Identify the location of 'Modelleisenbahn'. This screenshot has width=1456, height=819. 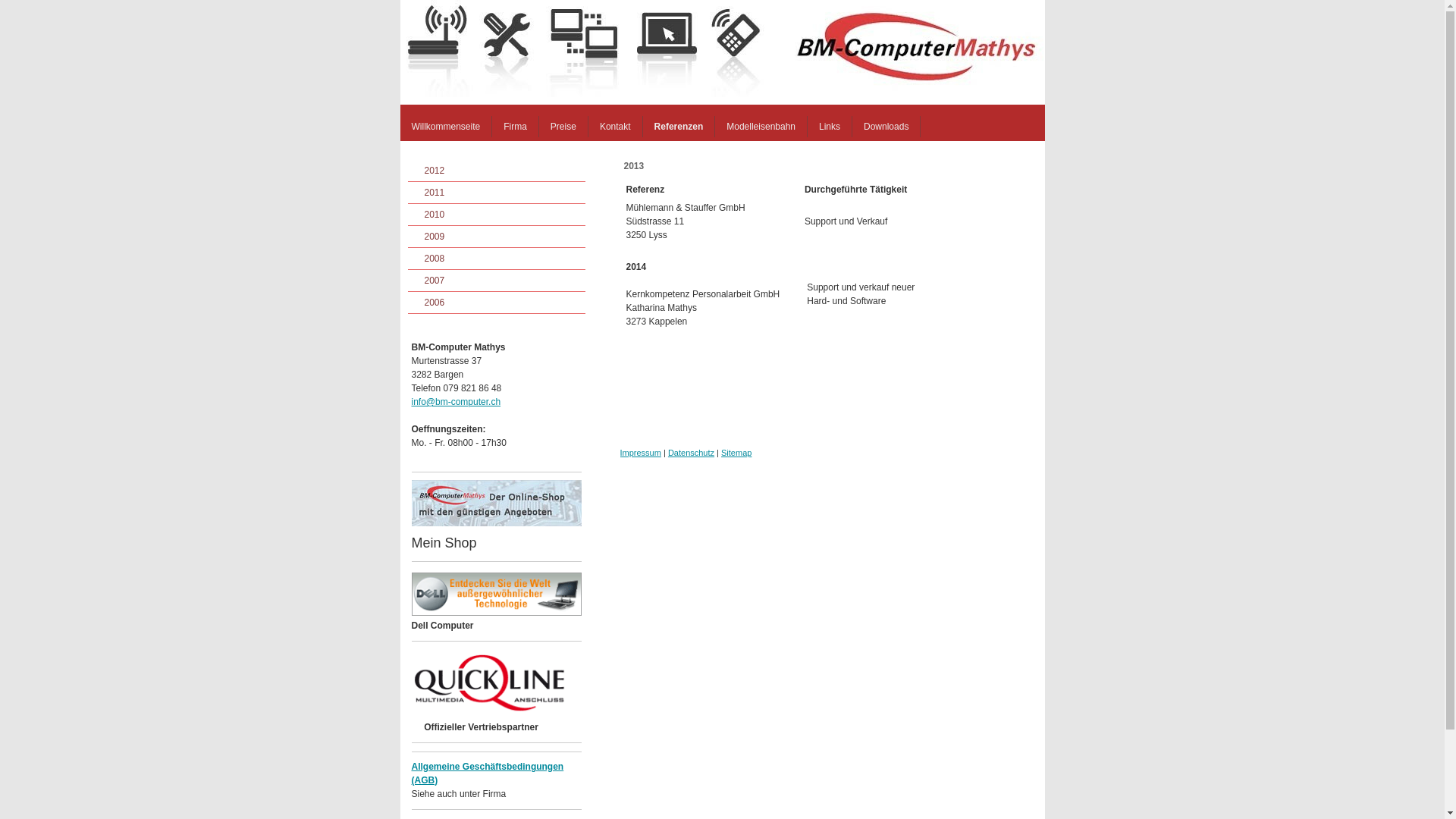
(761, 125).